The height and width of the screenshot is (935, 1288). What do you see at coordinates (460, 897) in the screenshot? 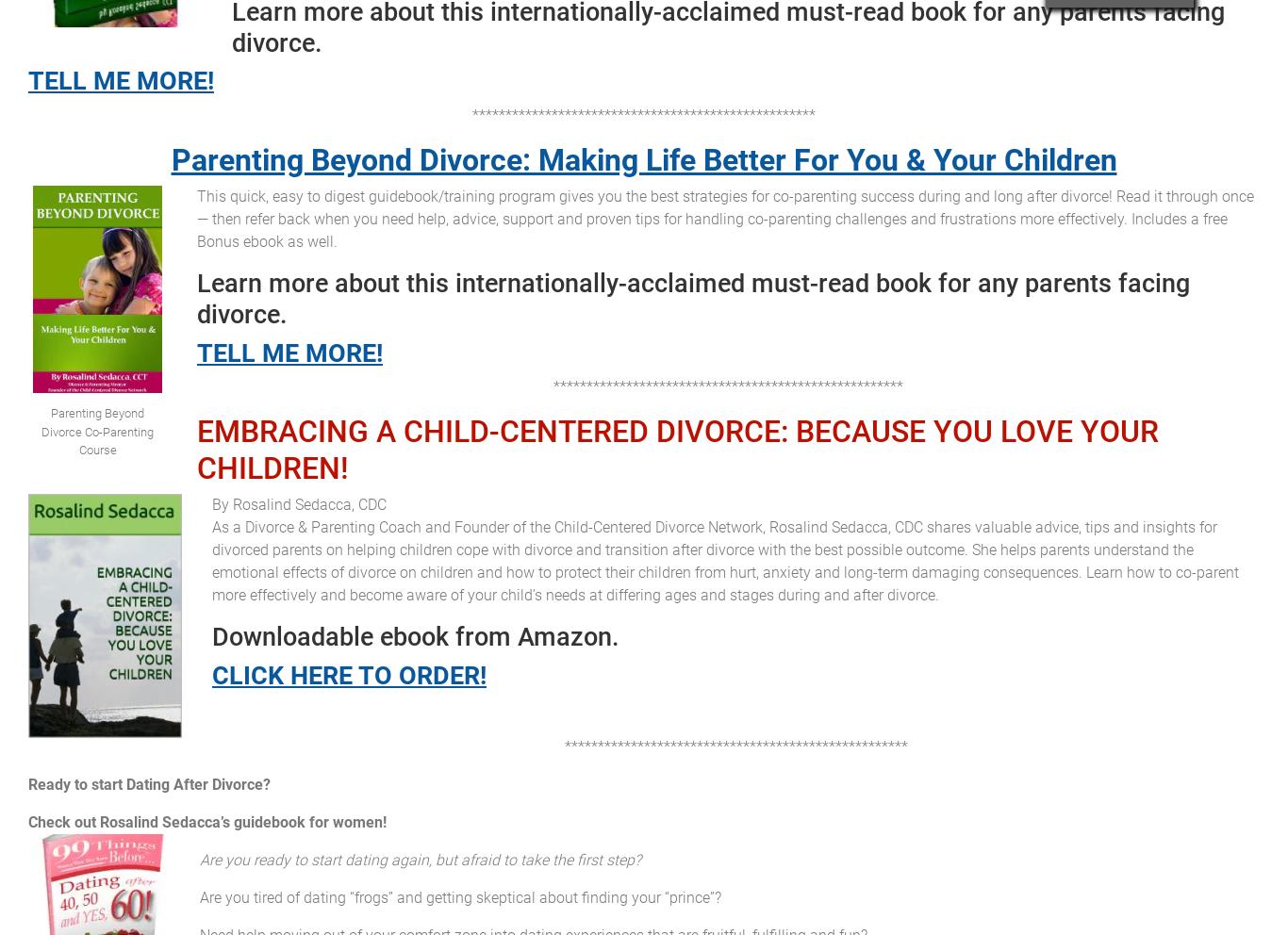
I see `'Are you tired of dating “frogs” and getting skeptical about finding your “prince”?'` at bounding box center [460, 897].